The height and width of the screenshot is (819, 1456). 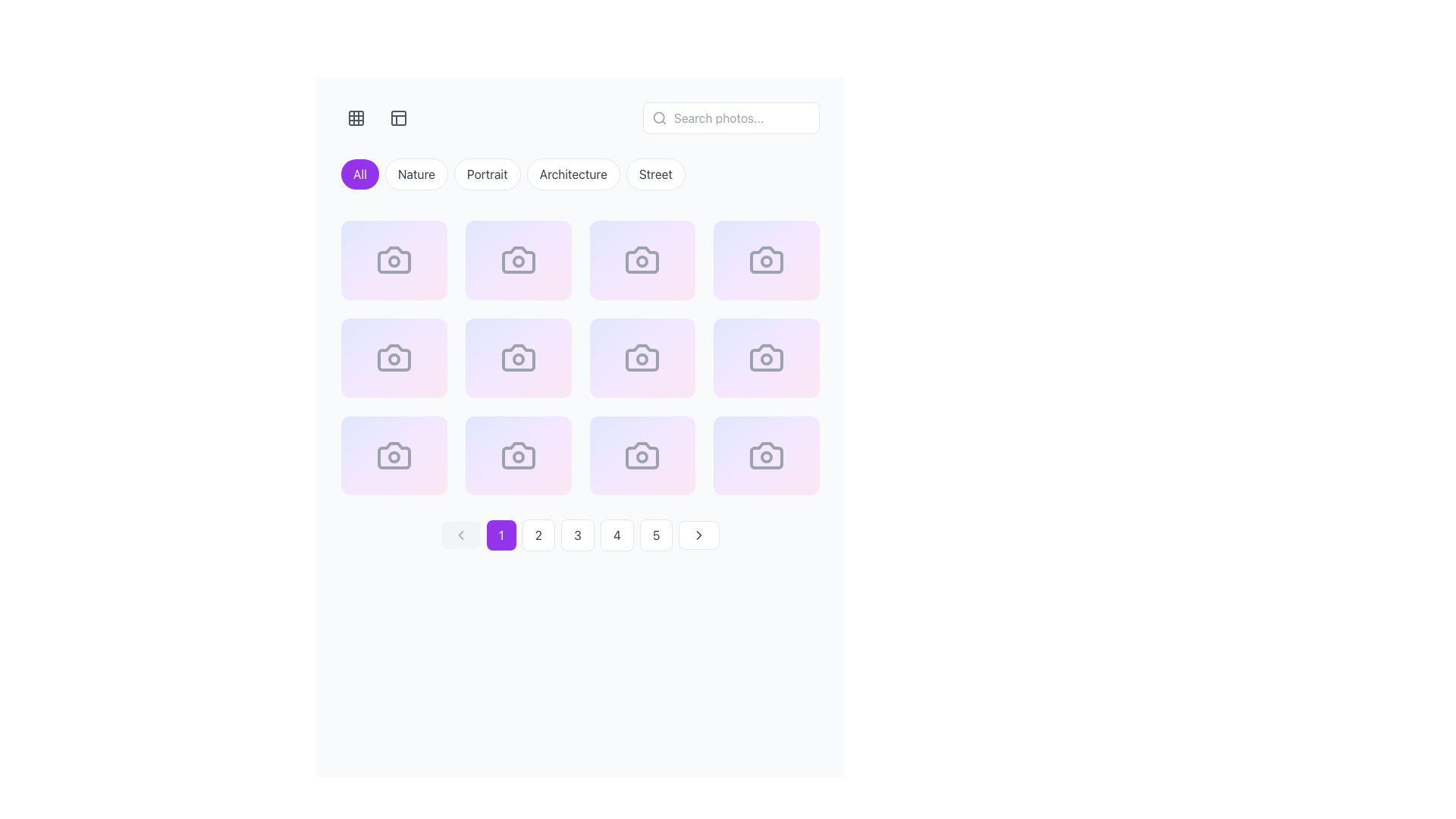 What do you see at coordinates (359, 174) in the screenshot?
I see `the active pill-shaped button with white text reading 'All'` at bounding box center [359, 174].